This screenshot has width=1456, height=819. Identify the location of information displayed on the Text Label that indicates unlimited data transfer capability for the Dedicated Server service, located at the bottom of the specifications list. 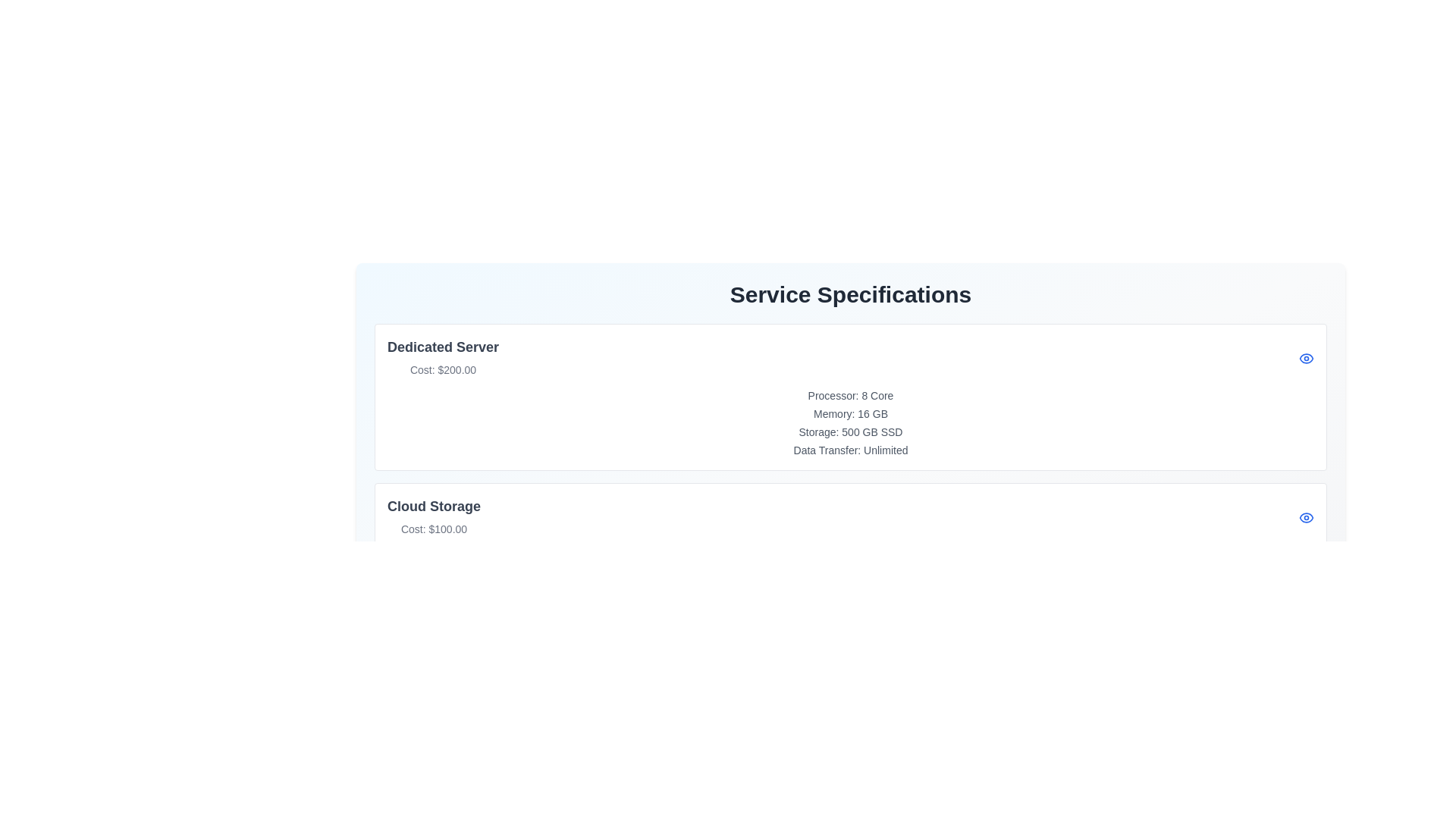
(851, 450).